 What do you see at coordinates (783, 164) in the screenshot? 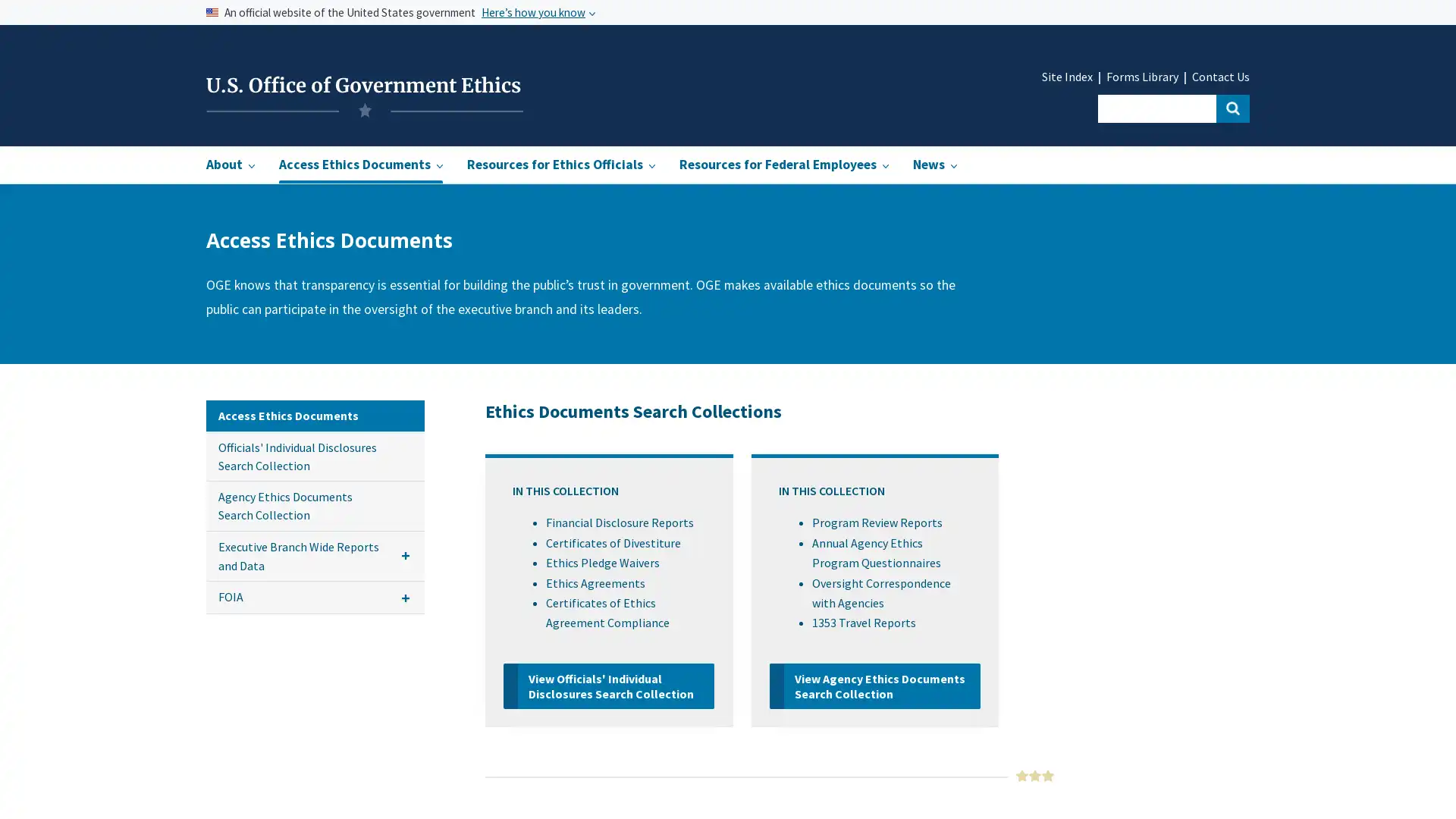
I see `Resources for Federal Employees` at bounding box center [783, 164].